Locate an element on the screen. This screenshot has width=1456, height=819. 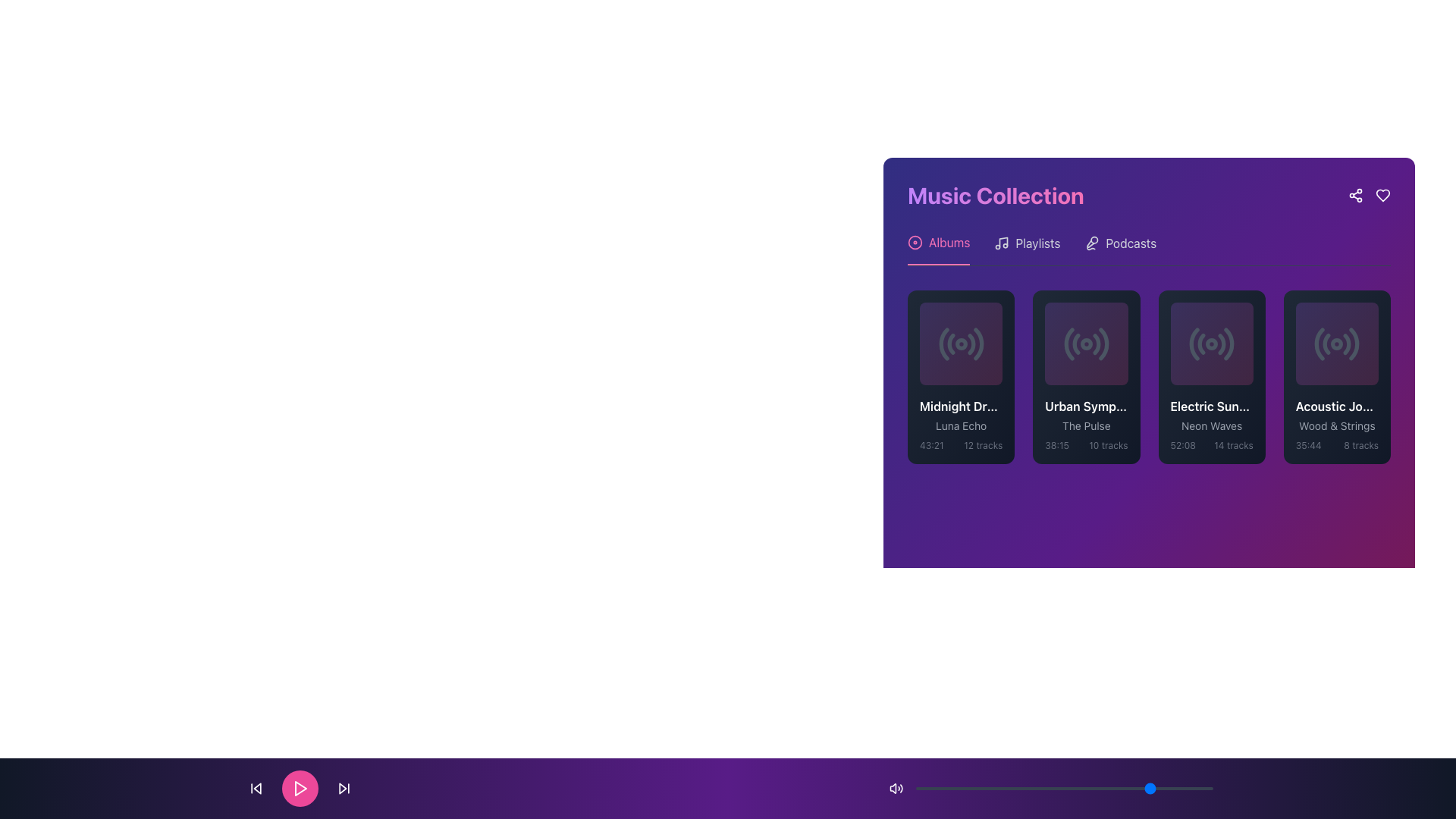
the text label 'Luna Echo' is located at coordinates (960, 426).